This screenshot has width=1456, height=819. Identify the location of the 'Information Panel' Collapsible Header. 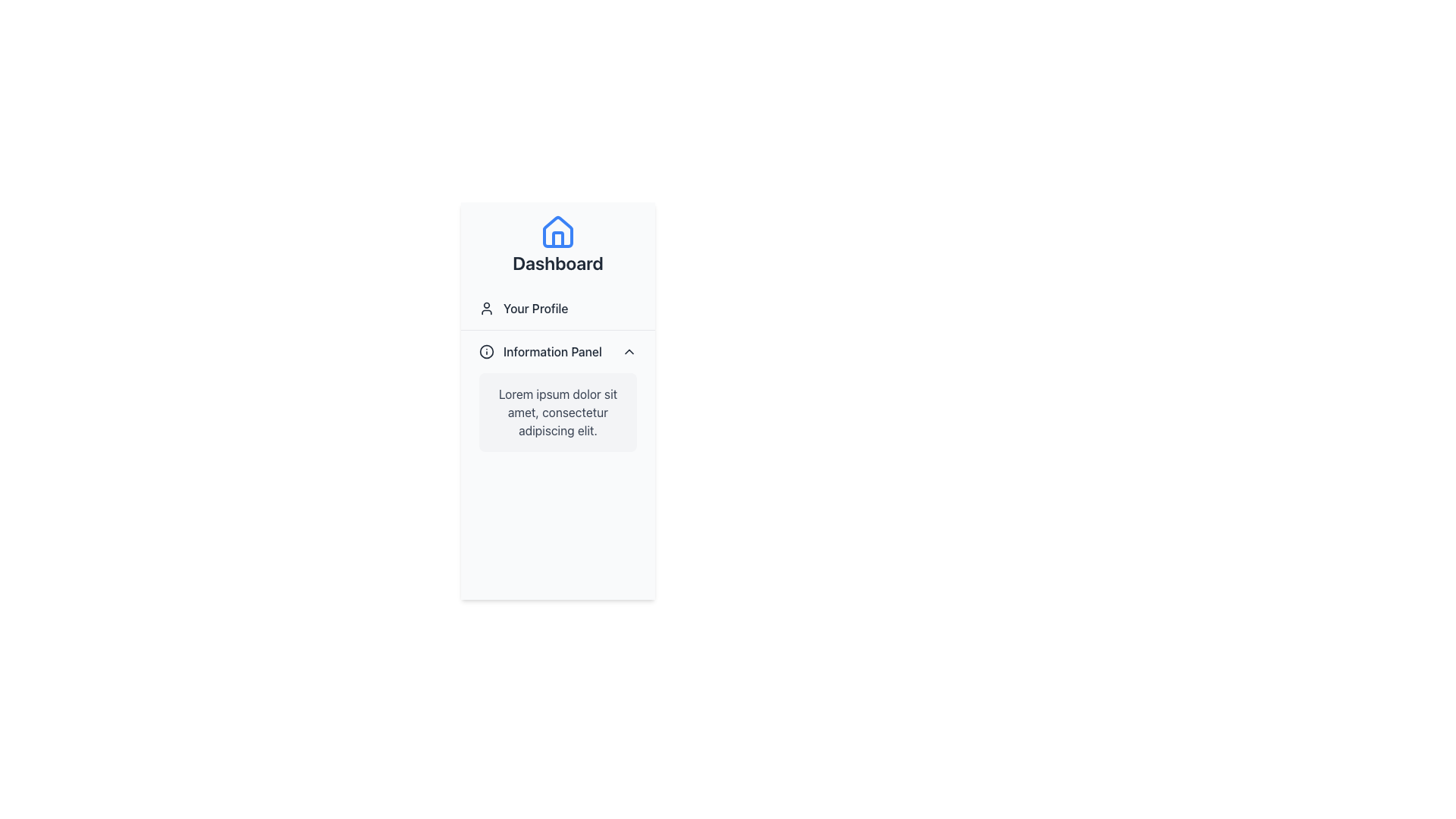
(557, 351).